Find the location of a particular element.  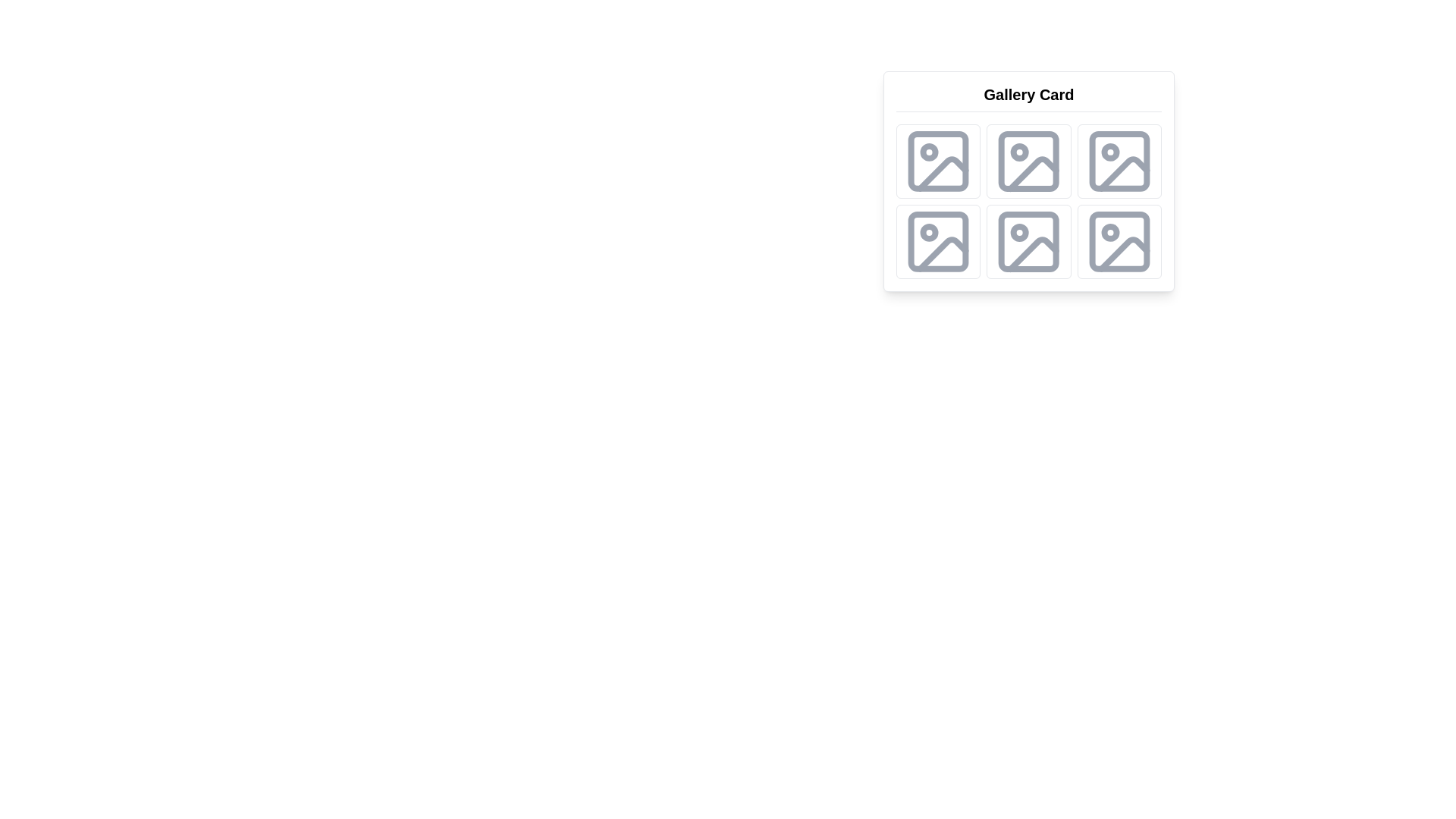

the decorative graphical element located at the top-left of the grid containing picture-like icons, which serves as part of the framing of an image is located at coordinates (937, 161).